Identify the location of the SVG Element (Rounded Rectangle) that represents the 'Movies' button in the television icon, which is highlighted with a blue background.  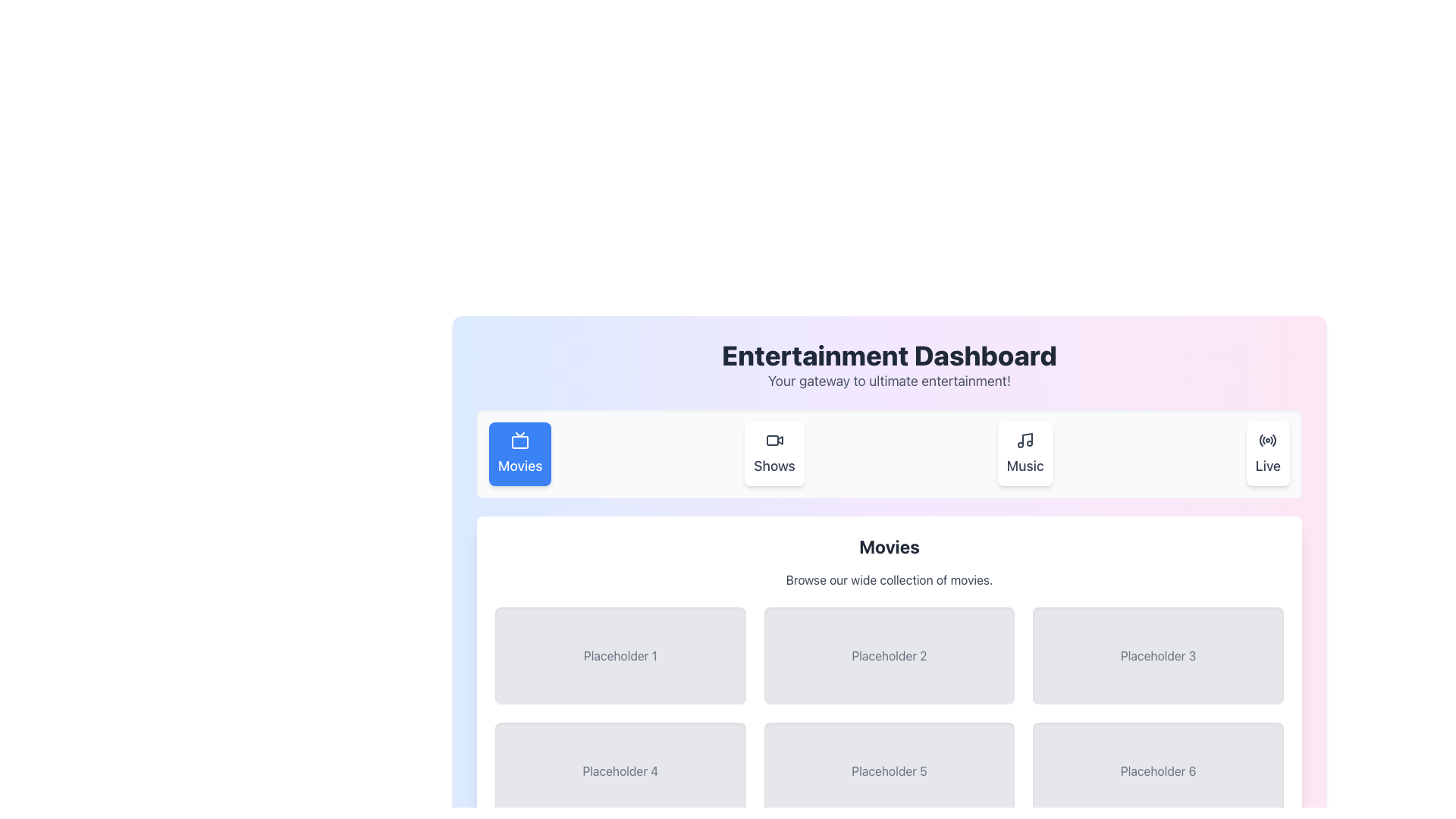
(520, 442).